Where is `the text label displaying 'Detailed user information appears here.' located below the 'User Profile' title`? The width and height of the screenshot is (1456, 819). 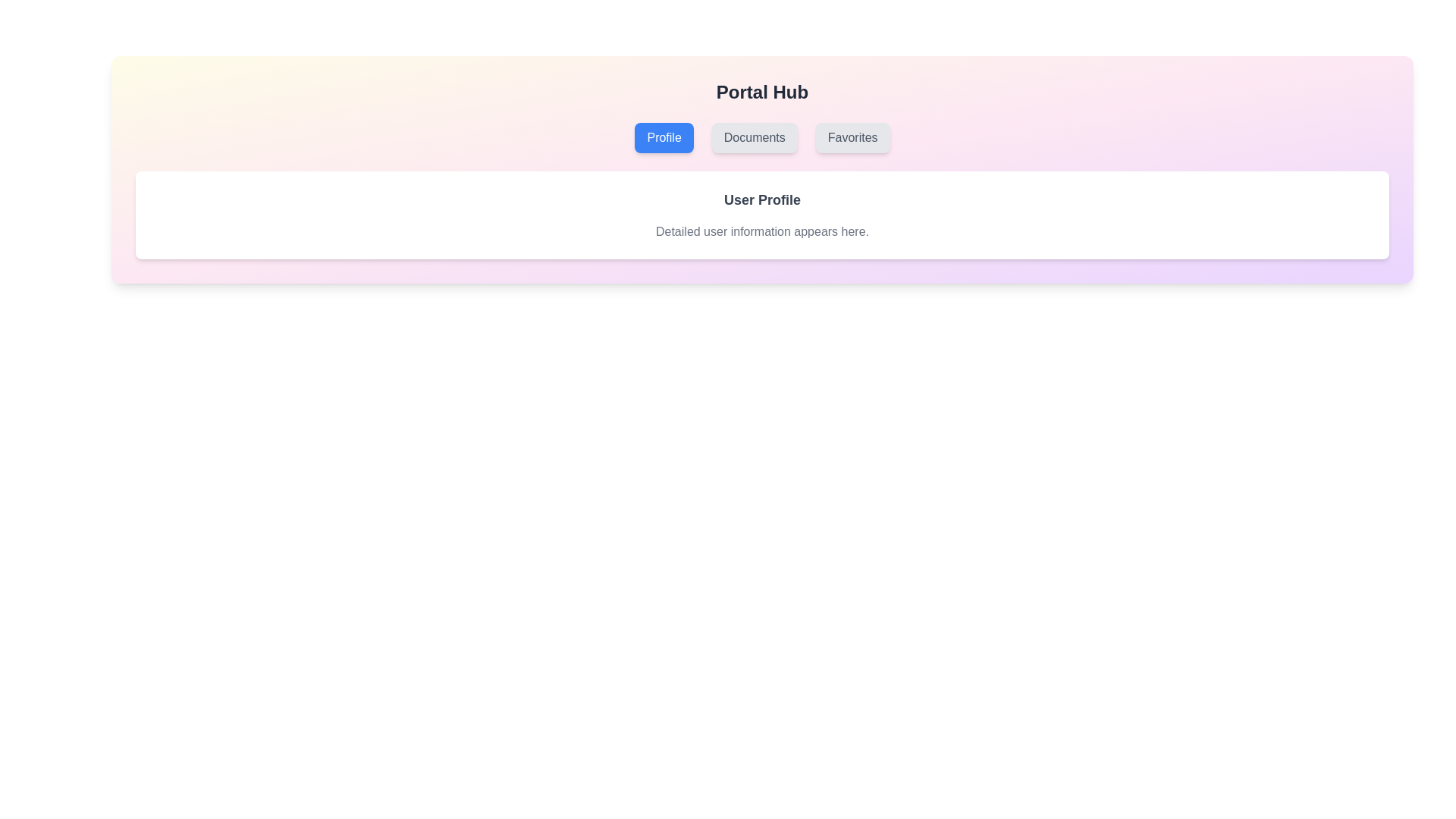 the text label displaying 'Detailed user information appears here.' located below the 'User Profile' title is located at coordinates (762, 231).